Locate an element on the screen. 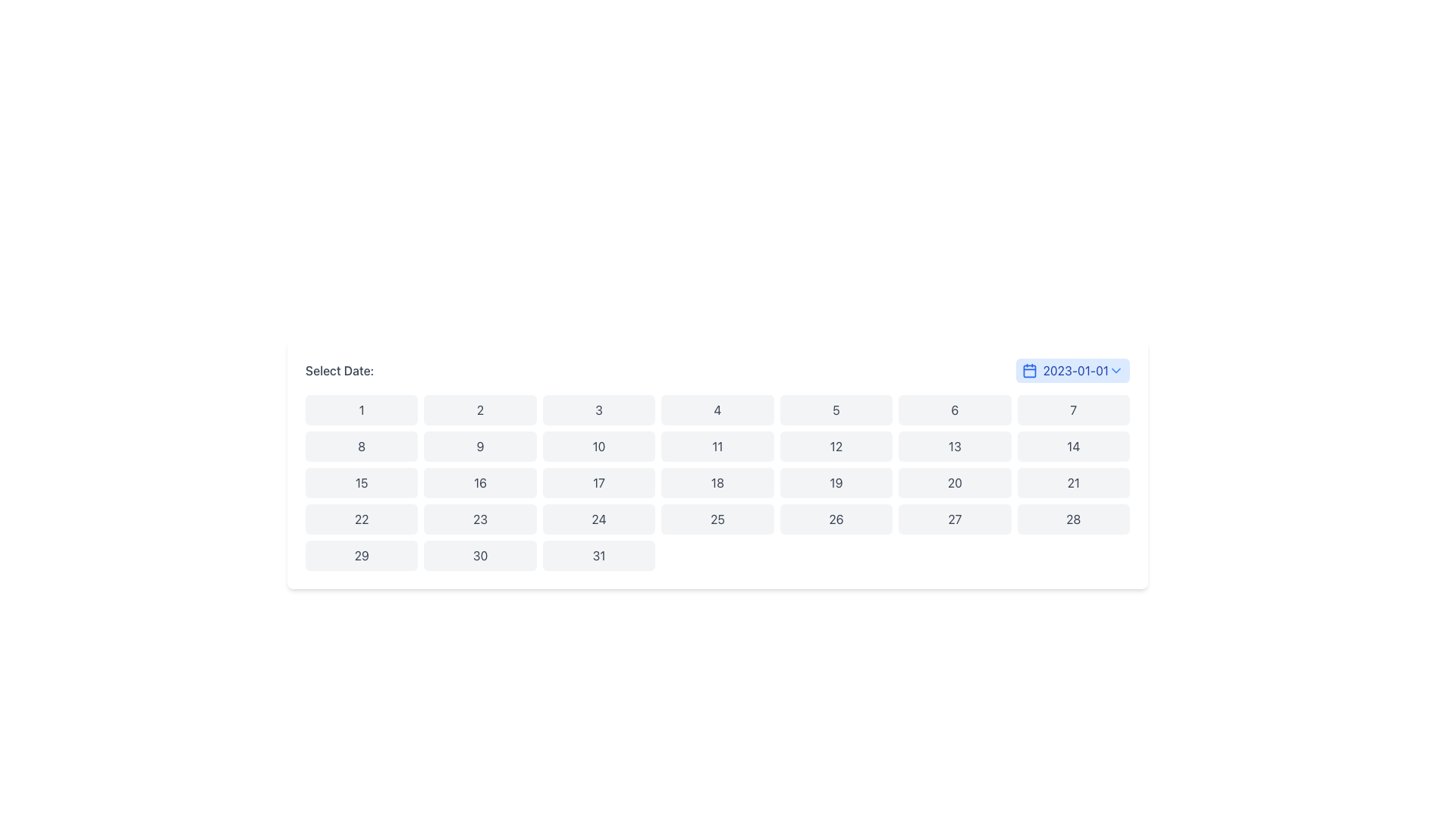  the button representing the date '8' in the calendar interface is located at coordinates (361, 446).